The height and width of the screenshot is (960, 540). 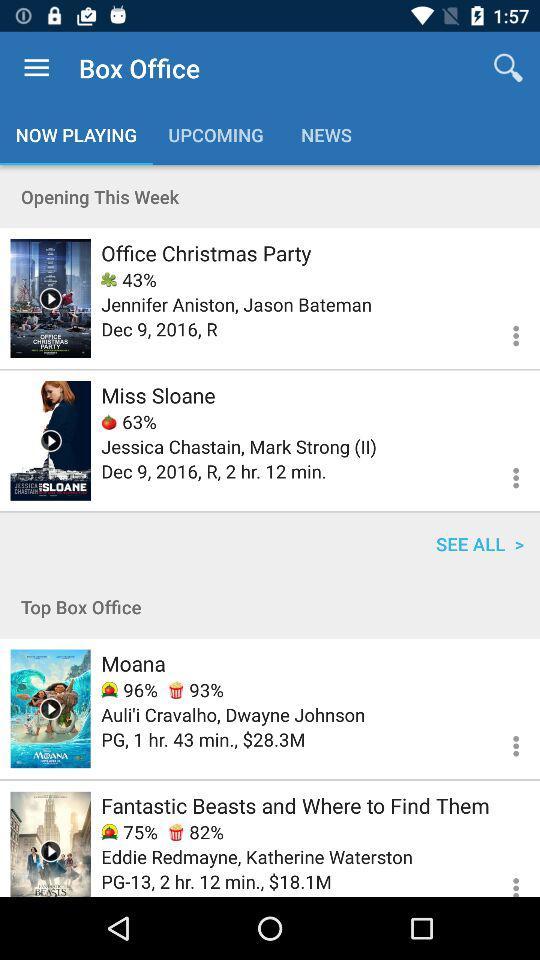 I want to click on press to play, so click(x=50, y=708).